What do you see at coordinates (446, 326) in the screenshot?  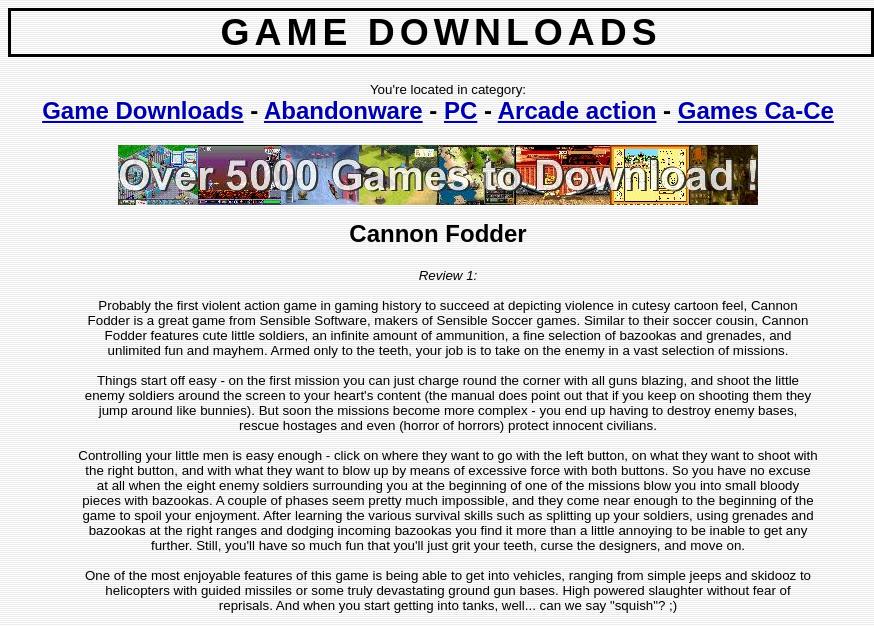 I see `'Probably the first violent action game in gaming history to succeed at depicting violence in cutesy cartoon feel, Cannon Fodder is a great game from Sensible Software, makers of Sensible Soccer games. Similar to their soccer cousin, Cannon Fodder features cute little soldiers, an infinite amount of ammunition, a fine selection of bazookas and grenades, and unlimited fun and mayhem. Armed only to the teeth, your job is to take on the enemy in a vast selection of missions.'` at bounding box center [446, 326].